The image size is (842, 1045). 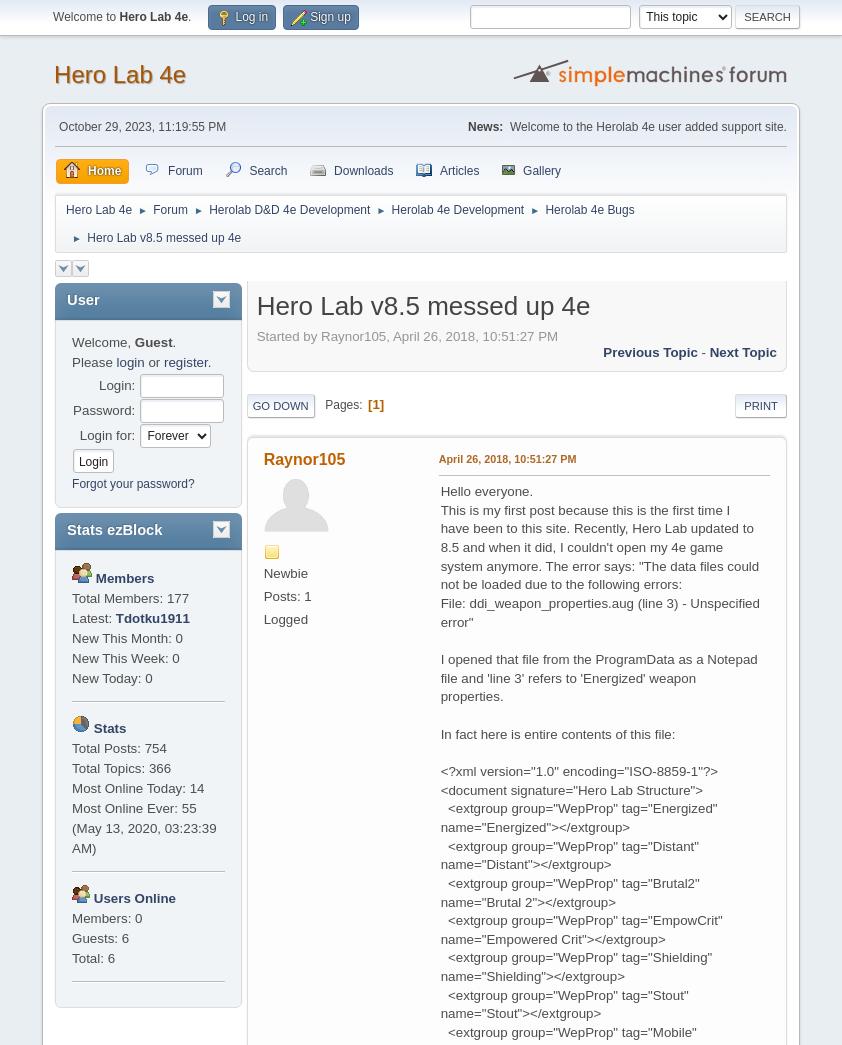 What do you see at coordinates (123, 577) in the screenshot?
I see `'Members'` at bounding box center [123, 577].